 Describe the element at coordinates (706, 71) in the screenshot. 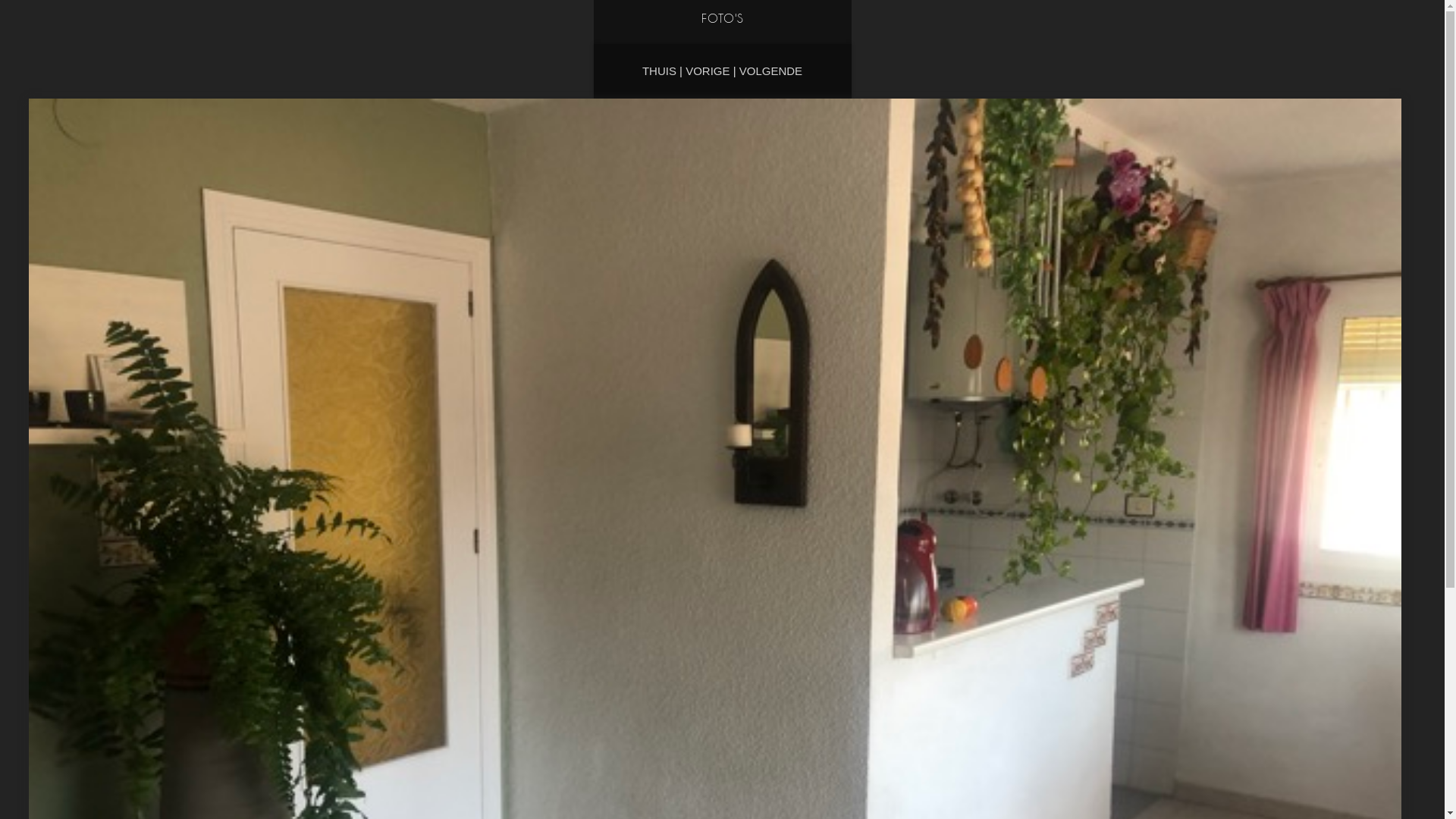

I see `'VORIGE'` at that location.